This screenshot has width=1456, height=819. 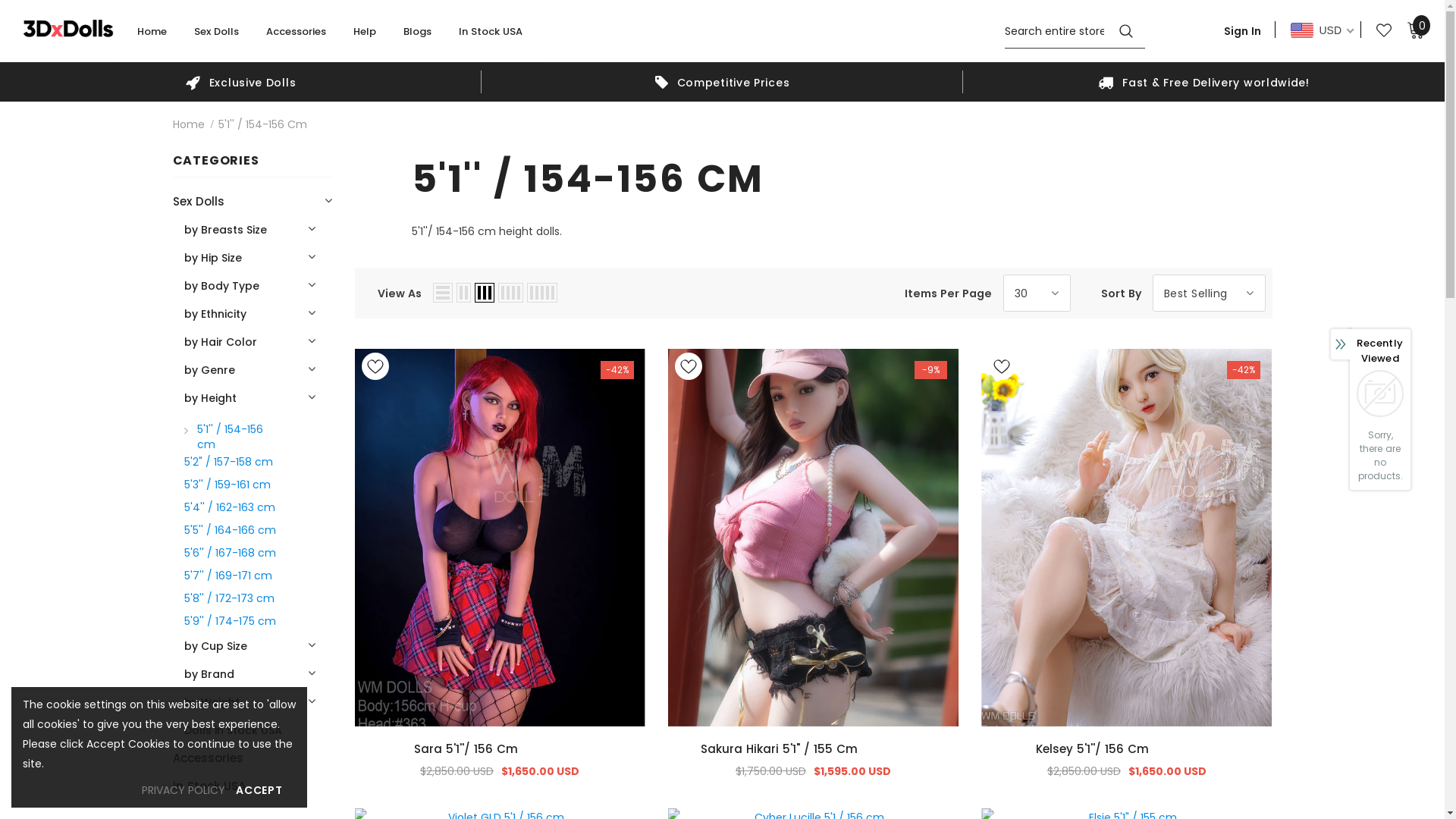 I want to click on 'by Genre', so click(x=182, y=369).